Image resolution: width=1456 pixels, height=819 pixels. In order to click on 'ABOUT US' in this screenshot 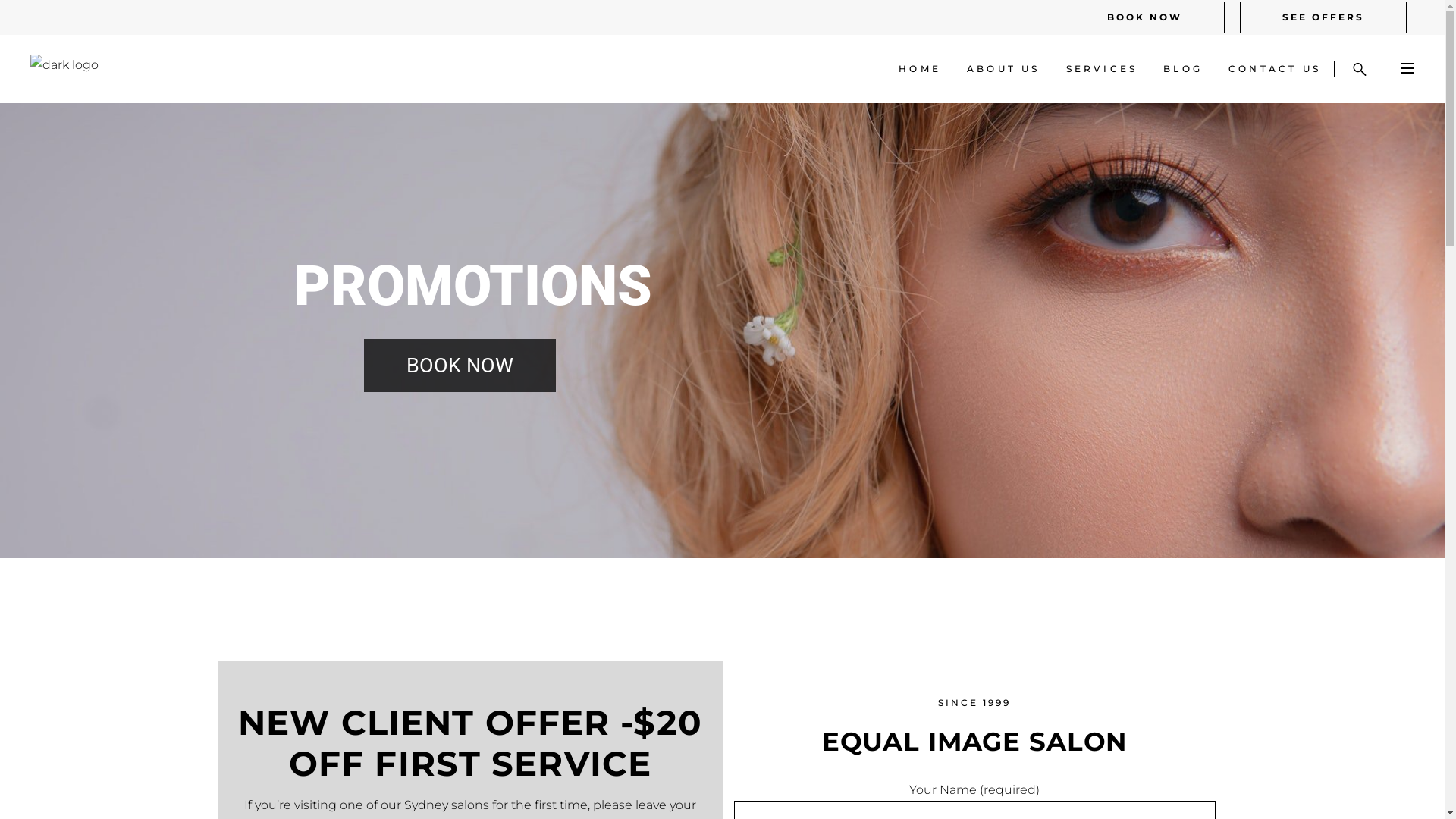, I will do `click(1003, 69)`.